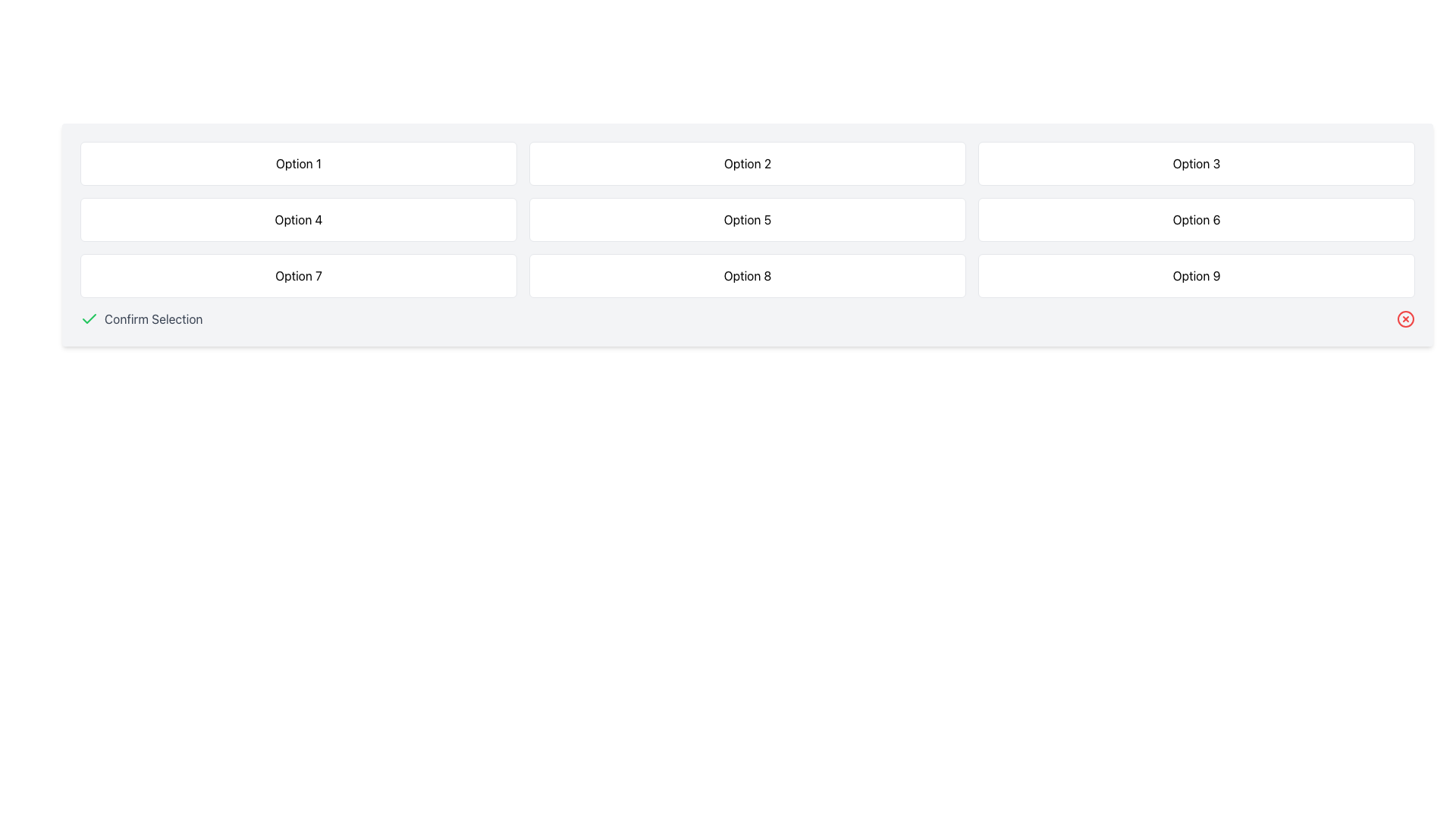 This screenshot has height=819, width=1456. I want to click on the button labeled 'Option 2', which is a rectangular button with rounded corners and a white background, positioned in the first row of a grid layout, so click(747, 164).